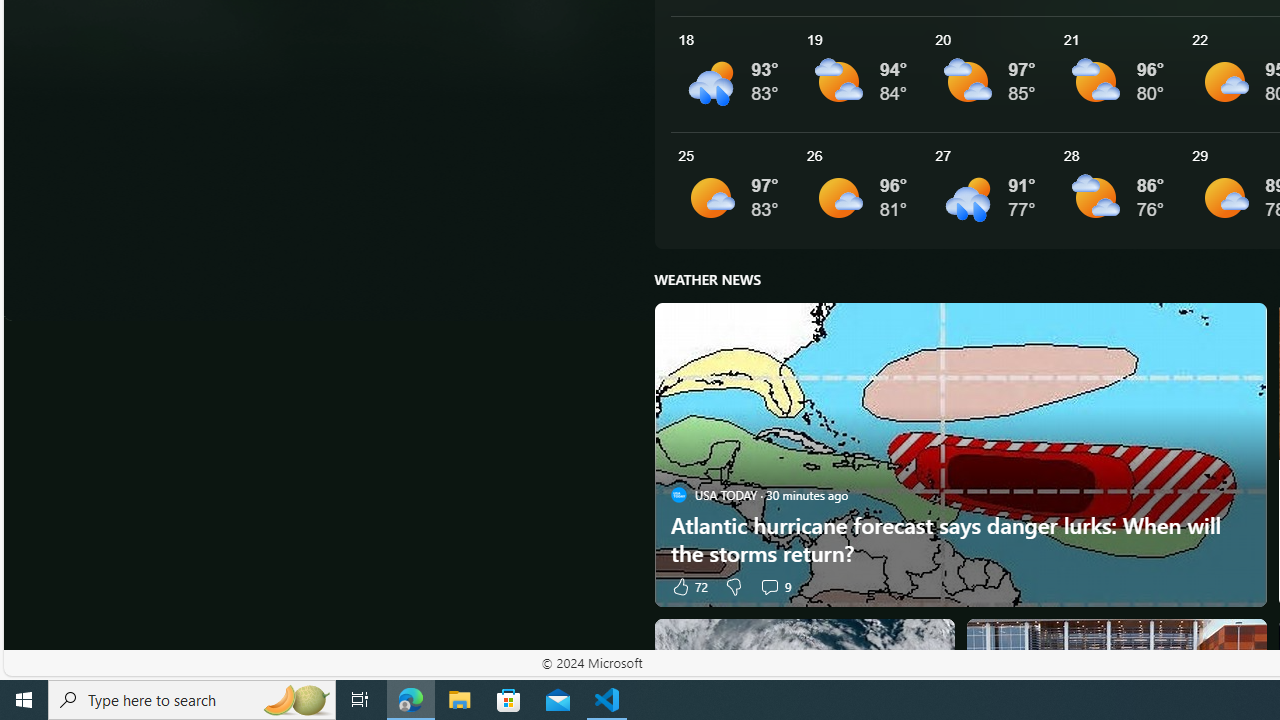 Image resolution: width=1280 pixels, height=720 pixels. What do you see at coordinates (678, 495) in the screenshot?
I see `'USA TODAY'` at bounding box center [678, 495].